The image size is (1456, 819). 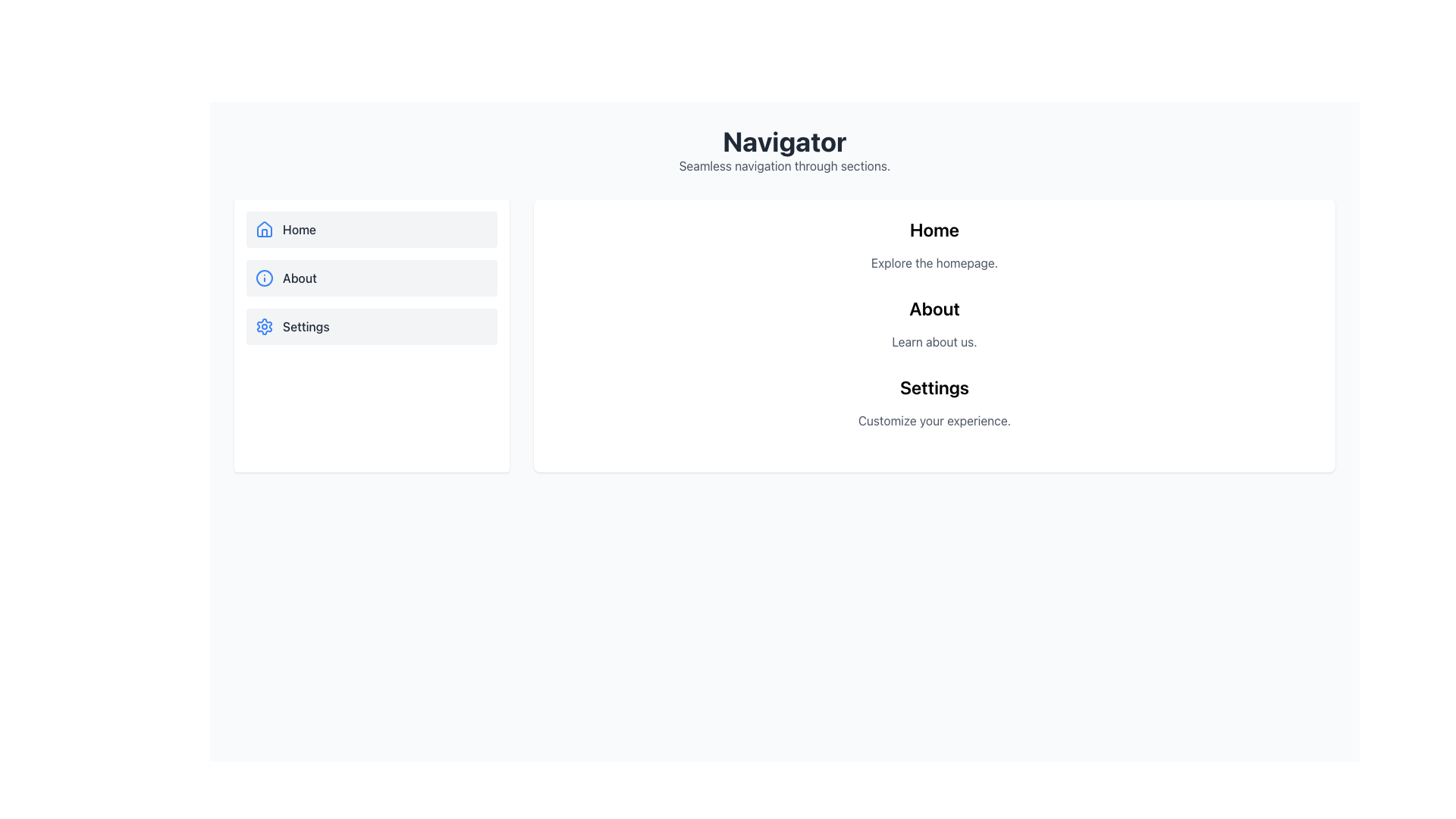 I want to click on the third button in the vertical sidebar that navigates to the Settings section, so click(x=372, y=335).